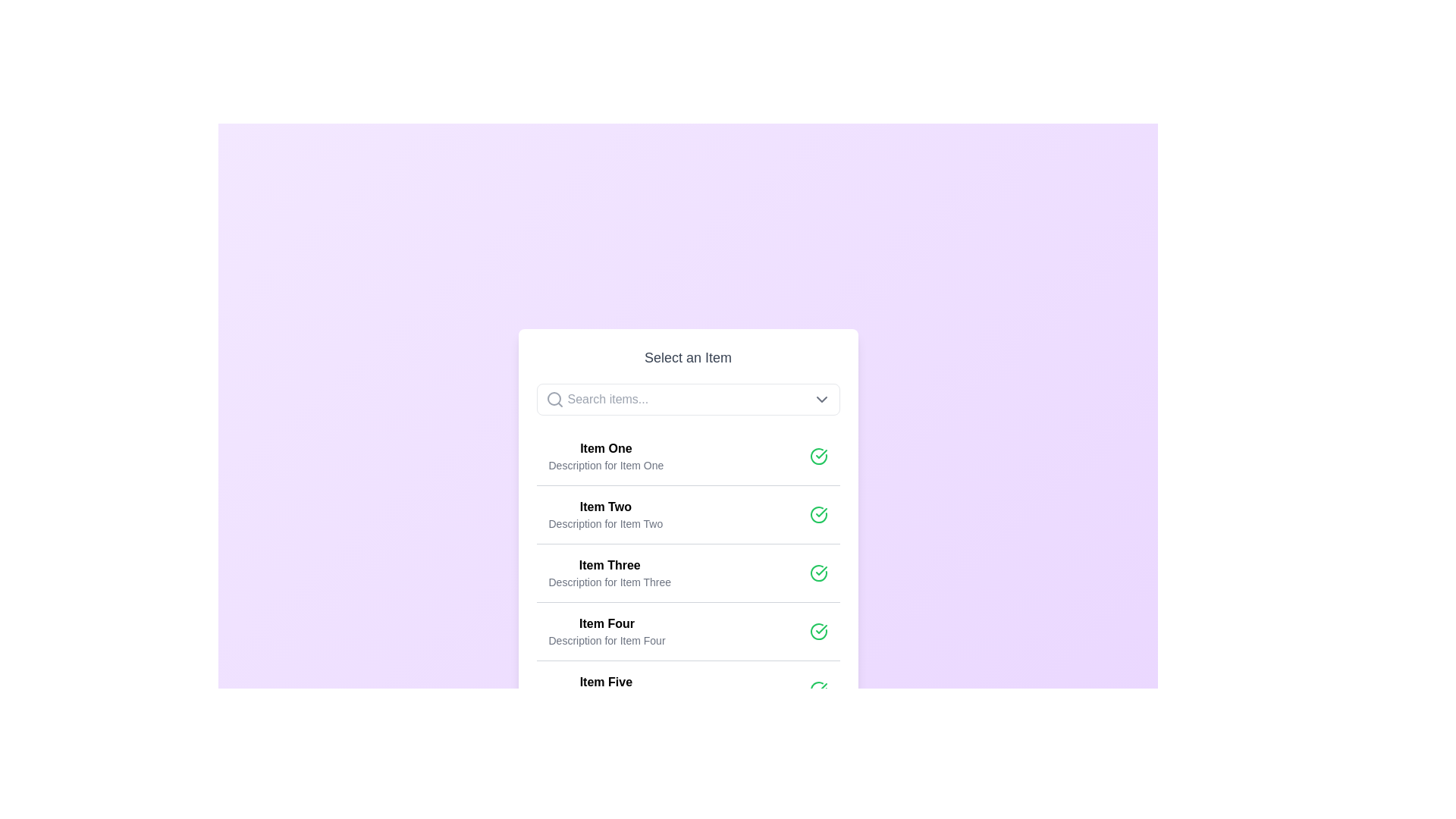 The width and height of the screenshot is (1456, 819). What do you see at coordinates (817, 573) in the screenshot?
I see `the state of the icon indicating that 'Item Three' is selected or confirmed, located in the third list item aligned to the right side of its row` at bounding box center [817, 573].